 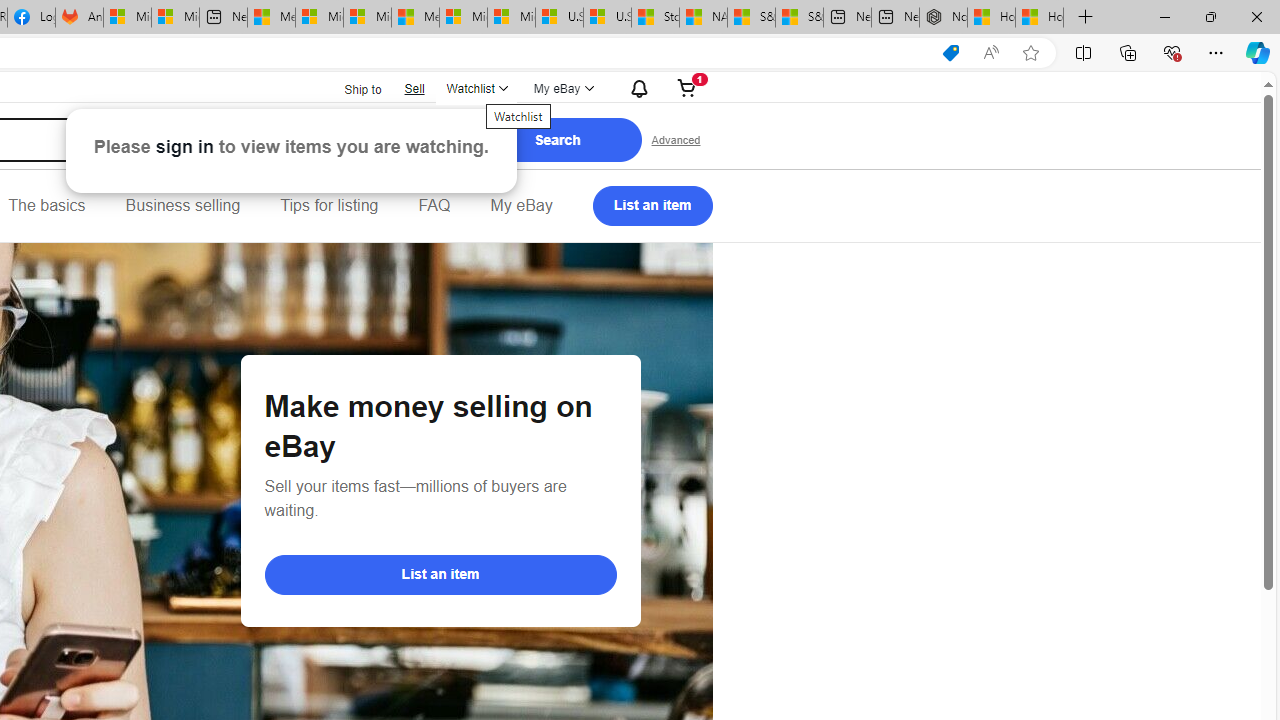 What do you see at coordinates (521, 205) in the screenshot?
I see `'My eBay'` at bounding box center [521, 205].